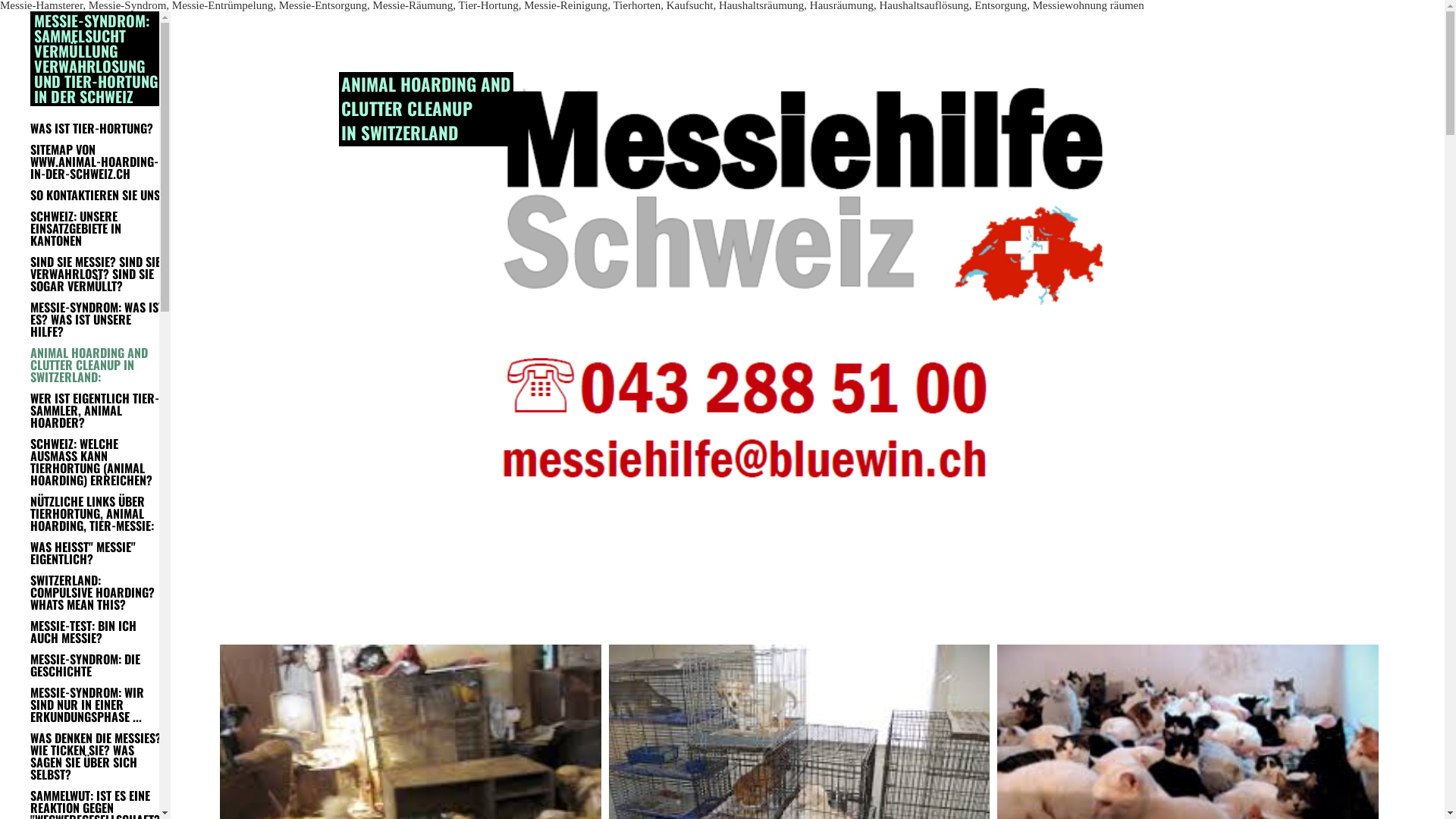 The image size is (1456, 819). What do you see at coordinates (96, 365) in the screenshot?
I see `'ANIMAL HOARDING AND CLUTTER CLEANUP IN SWITZERLAND:'` at bounding box center [96, 365].